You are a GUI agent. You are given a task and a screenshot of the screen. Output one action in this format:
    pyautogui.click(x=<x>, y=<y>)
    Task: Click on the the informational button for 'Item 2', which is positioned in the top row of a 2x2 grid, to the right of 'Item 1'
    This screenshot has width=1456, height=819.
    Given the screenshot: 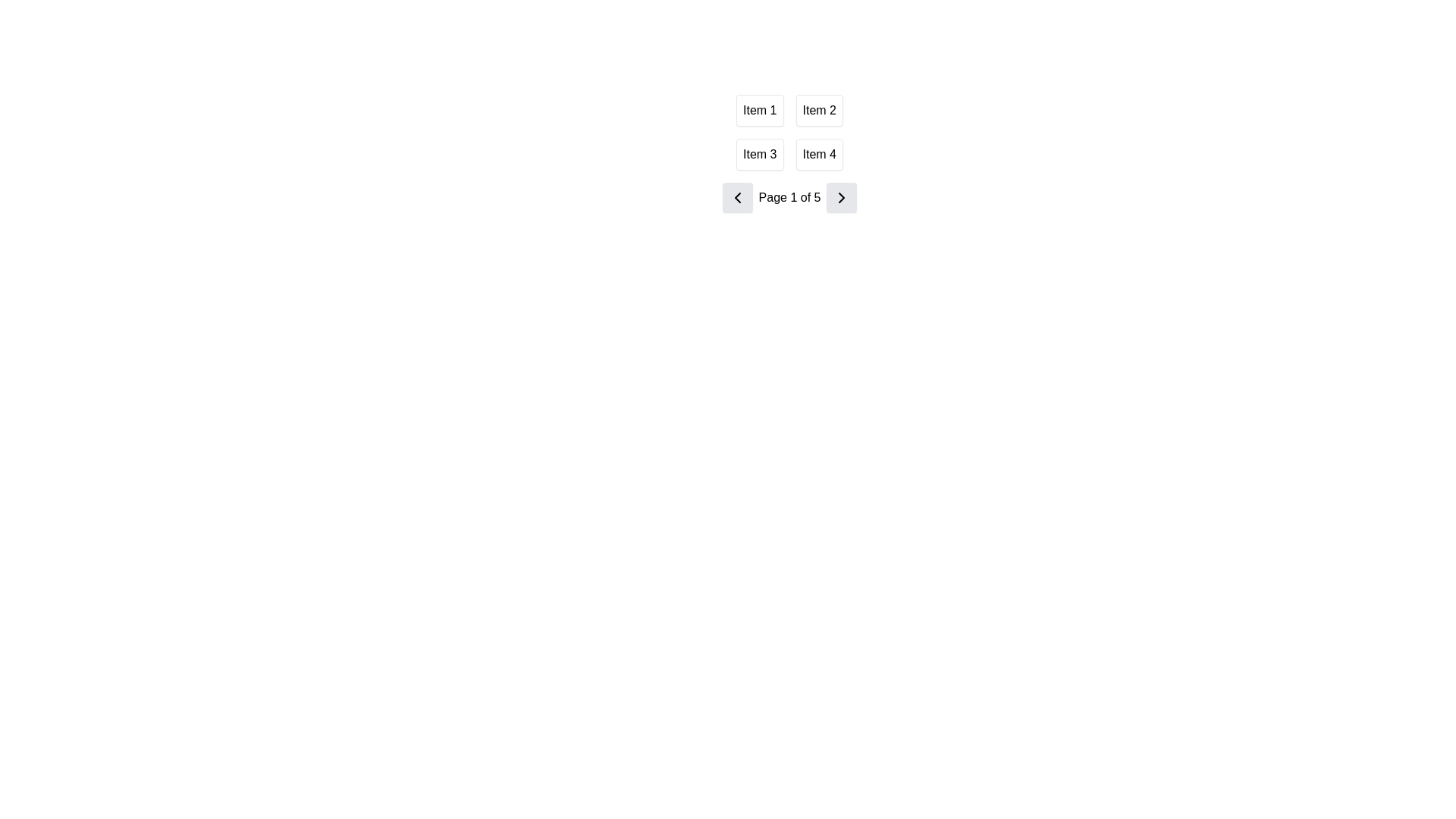 What is the action you would take?
    pyautogui.click(x=818, y=110)
    